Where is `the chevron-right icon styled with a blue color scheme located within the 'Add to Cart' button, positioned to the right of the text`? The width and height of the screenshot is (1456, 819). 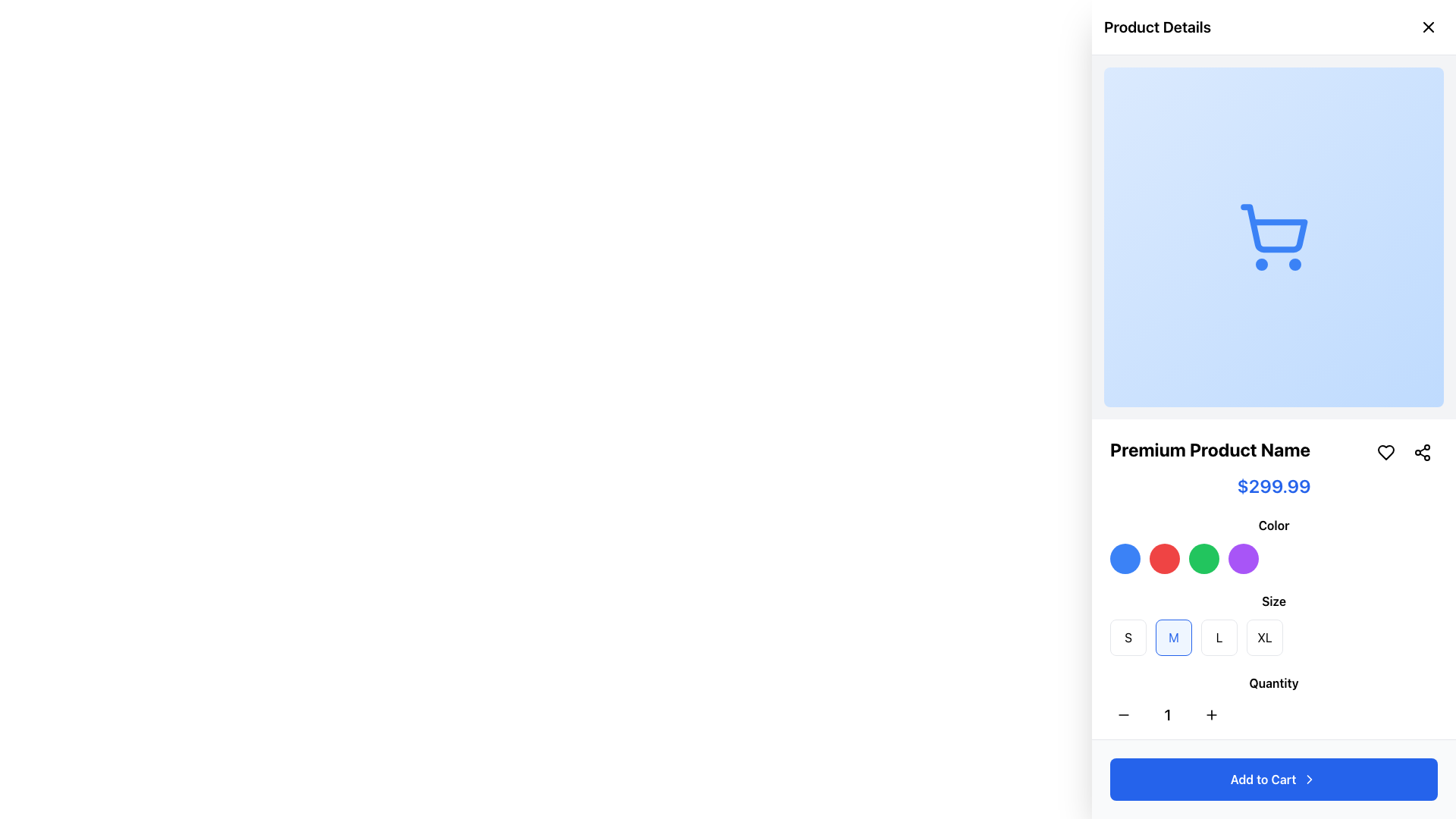
the chevron-right icon styled with a blue color scheme located within the 'Add to Cart' button, positioned to the right of the text is located at coordinates (1309, 780).